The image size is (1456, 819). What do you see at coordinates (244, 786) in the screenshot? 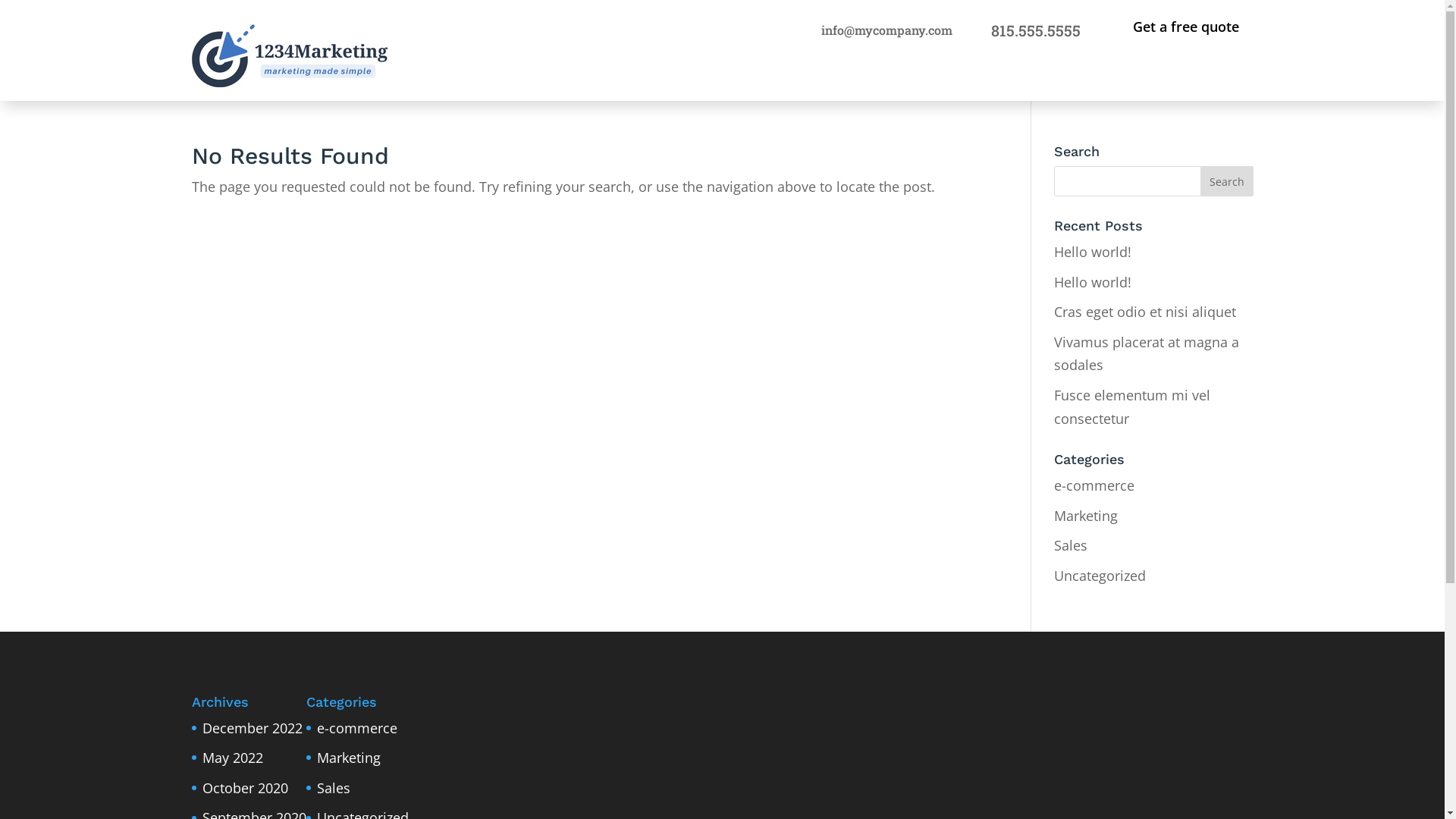
I see `'October 2020'` at bounding box center [244, 786].